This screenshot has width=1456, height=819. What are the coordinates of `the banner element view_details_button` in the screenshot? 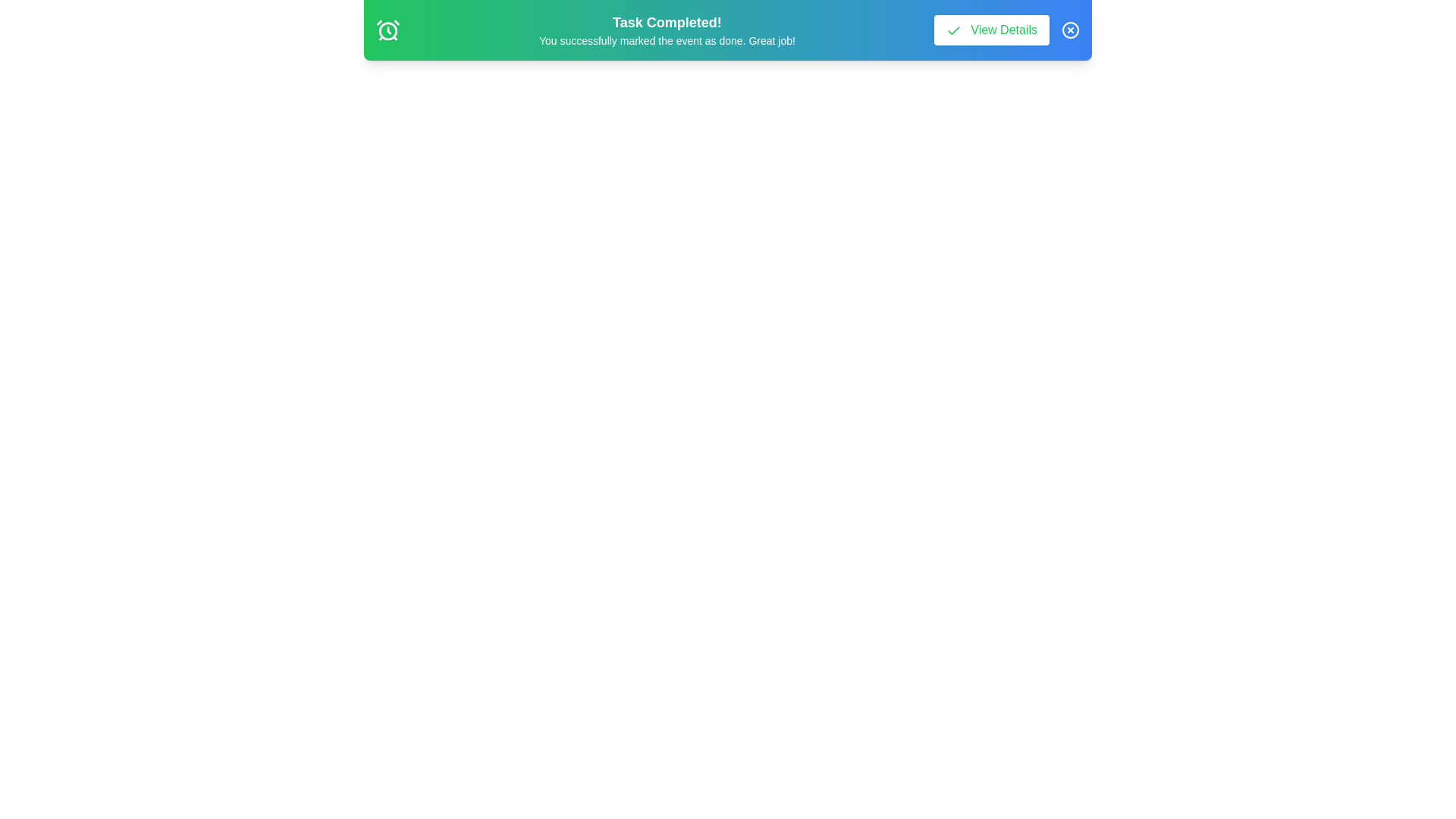 It's located at (991, 30).